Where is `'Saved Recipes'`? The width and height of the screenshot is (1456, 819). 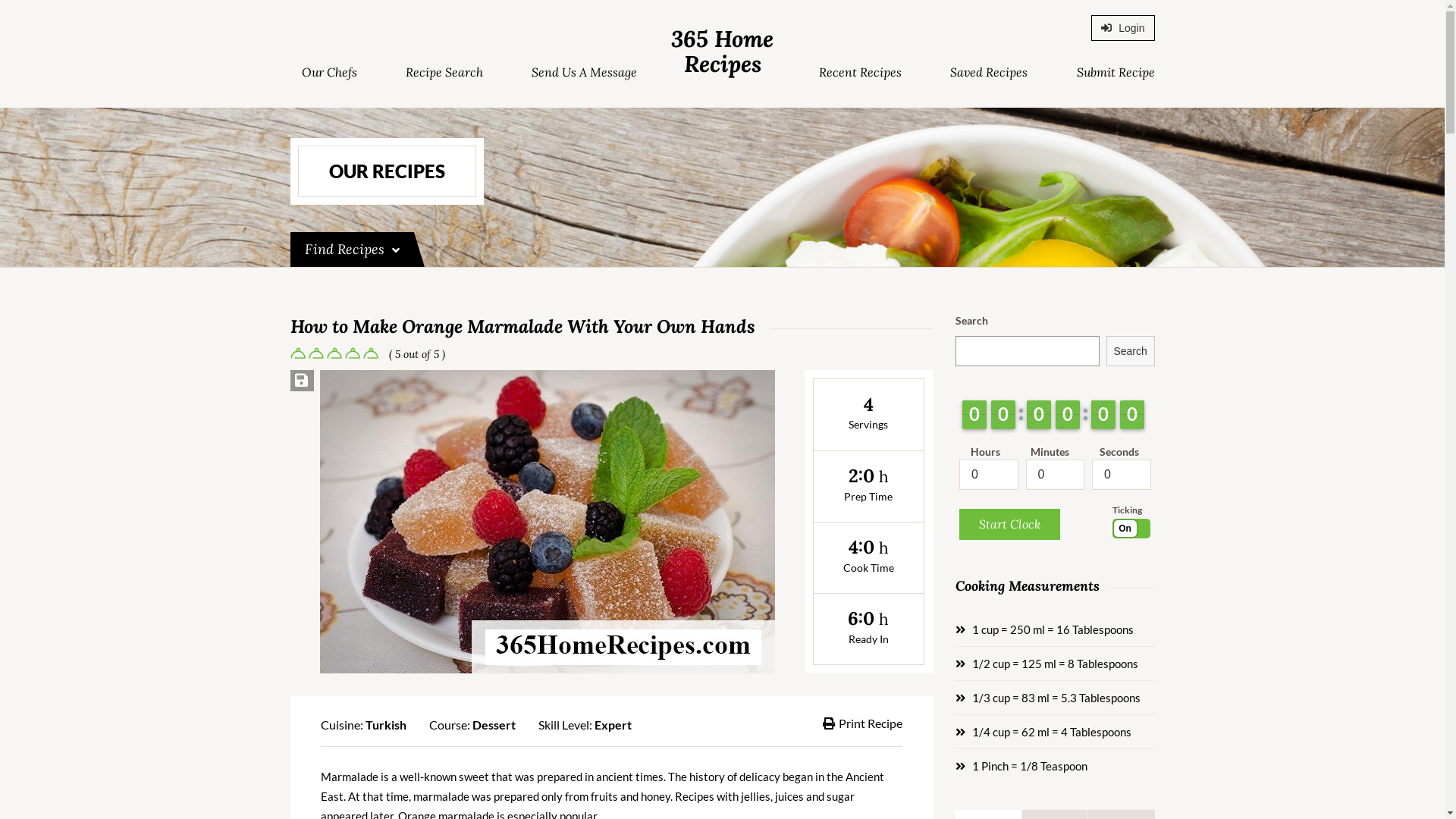
'Saved Recipes' is located at coordinates (989, 73).